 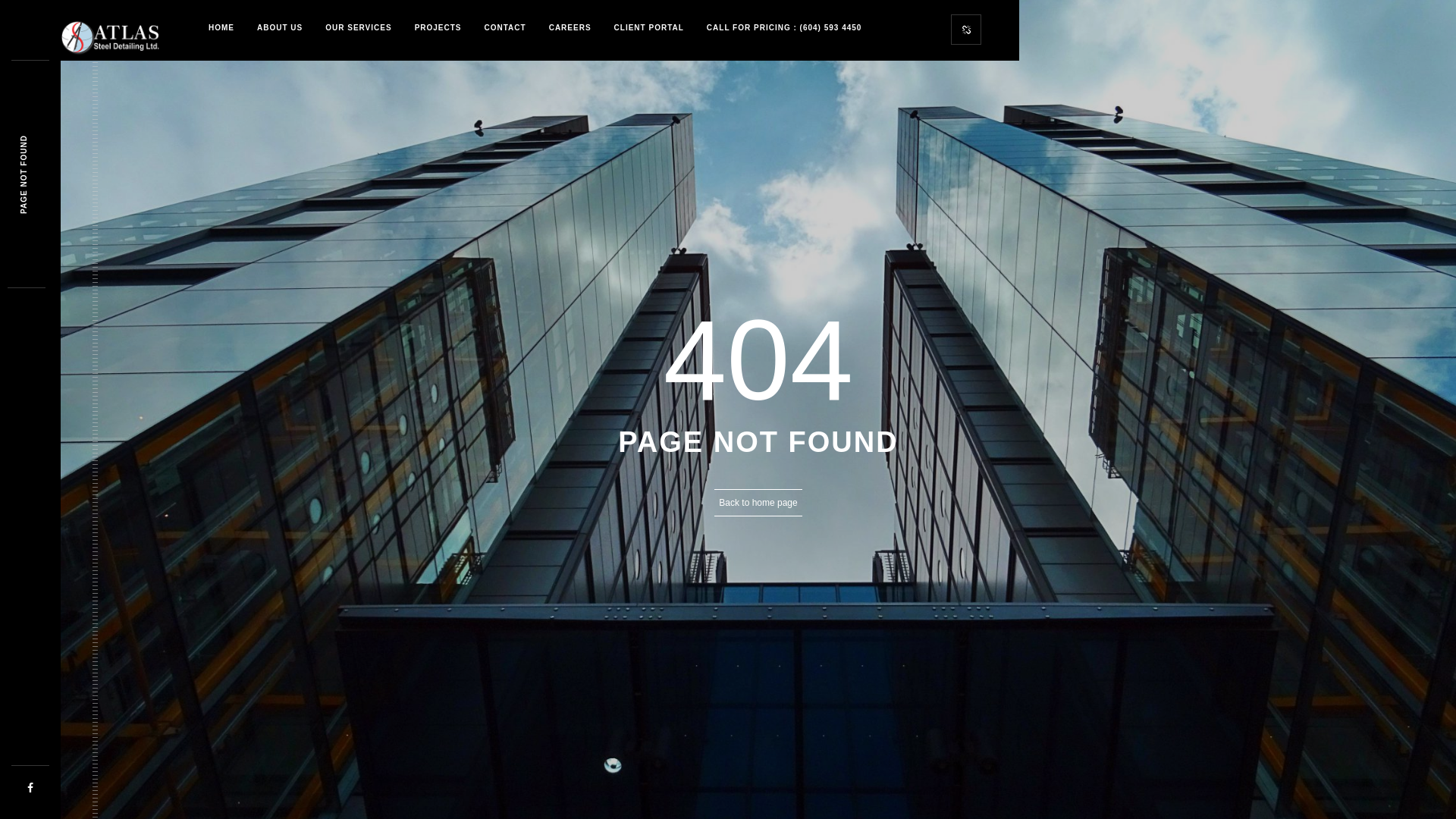 What do you see at coordinates (357, 28) in the screenshot?
I see `'OUR SERVICES'` at bounding box center [357, 28].